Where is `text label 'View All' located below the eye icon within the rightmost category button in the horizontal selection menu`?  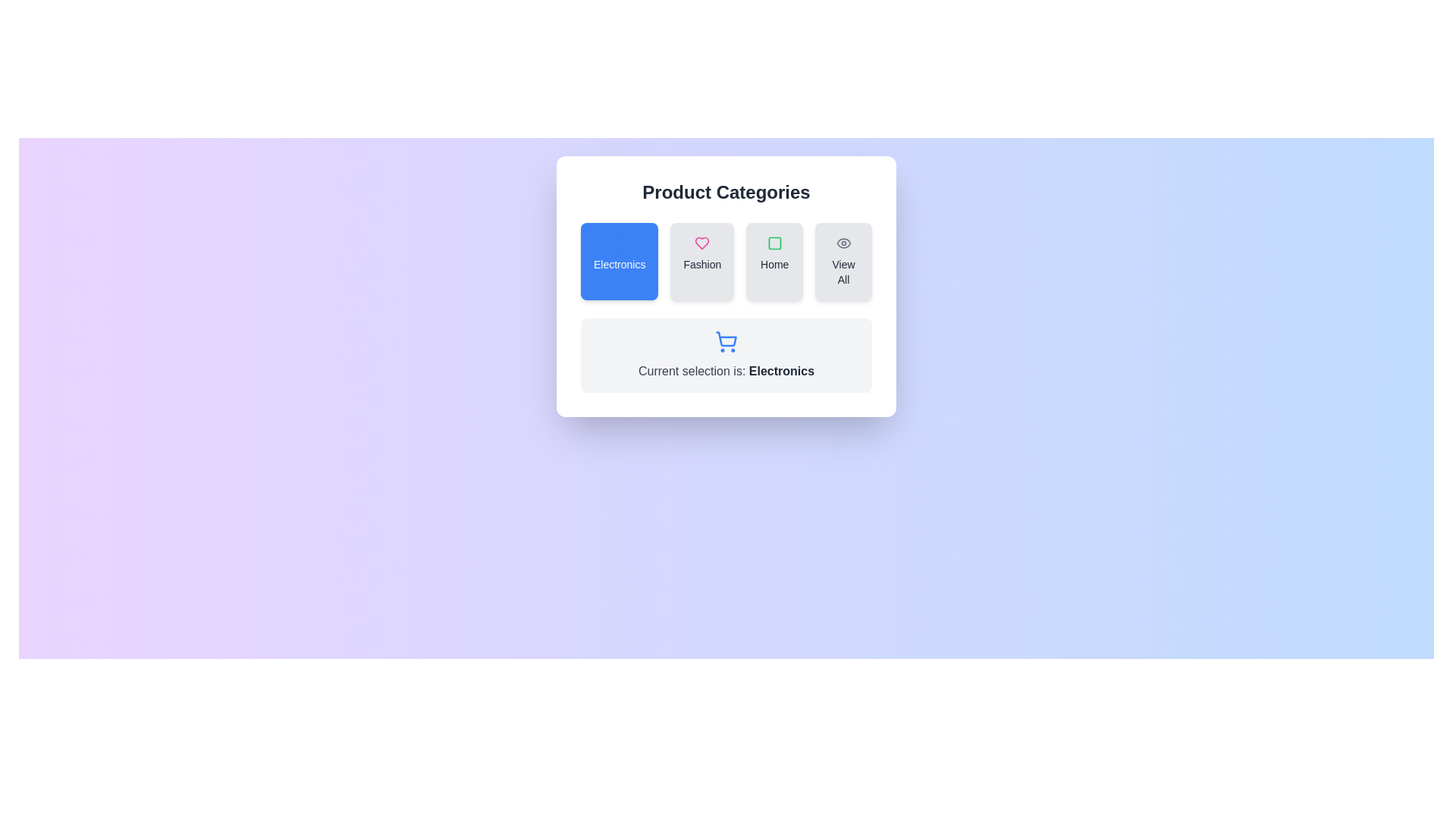 text label 'View All' located below the eye icon within the rightmost category button in the horizontal selection menu is located at coordinates (843, 271).